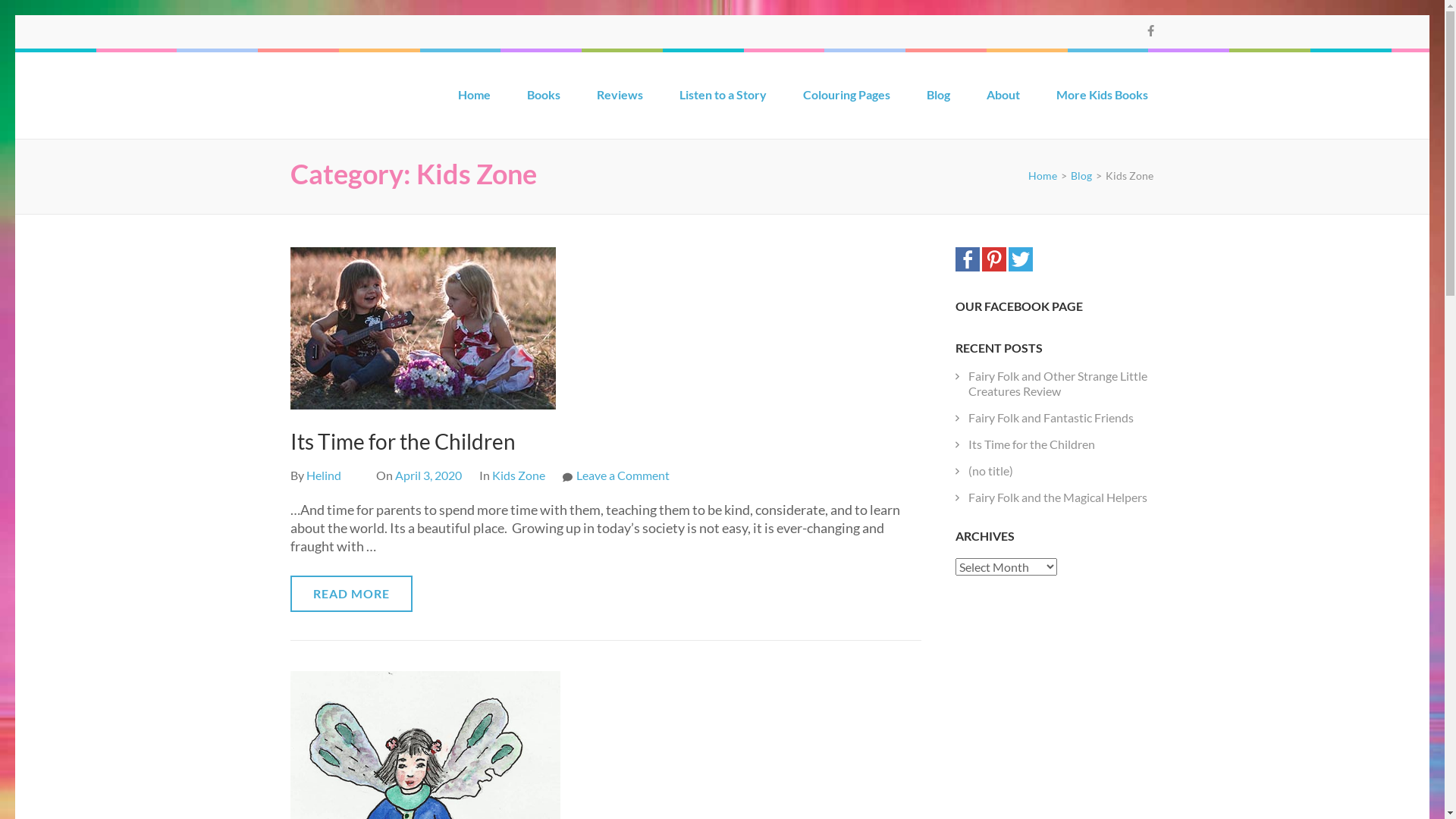 This screenshot has width=1456, height=819. What do you see at coordinates (990, 469) in the screenshot?
I see `'(no title)'` at bounding box center [990, 469].